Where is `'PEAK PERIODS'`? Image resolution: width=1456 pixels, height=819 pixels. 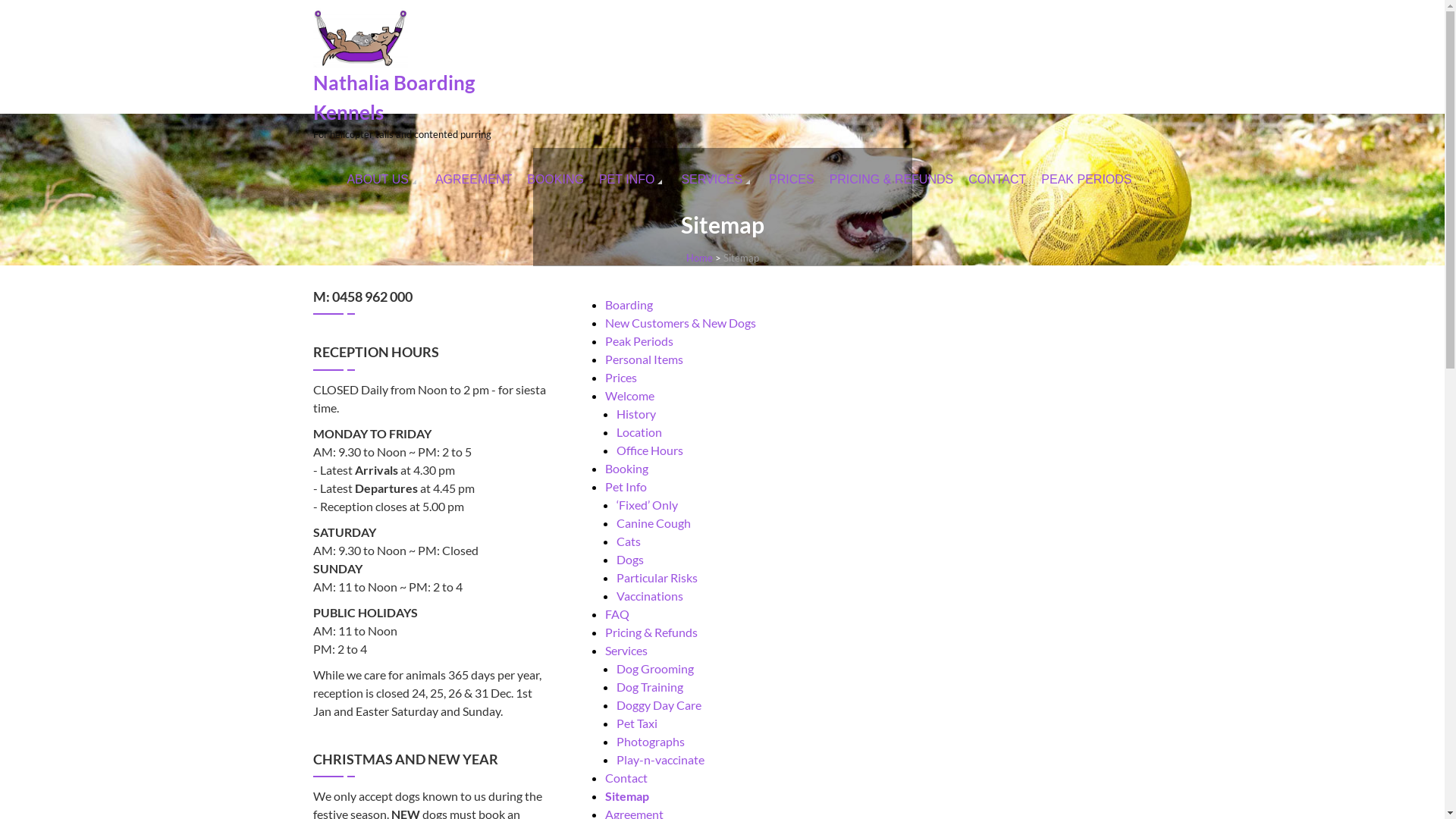 'PEAK PERIODS' is located at coordinates (1085, 178).